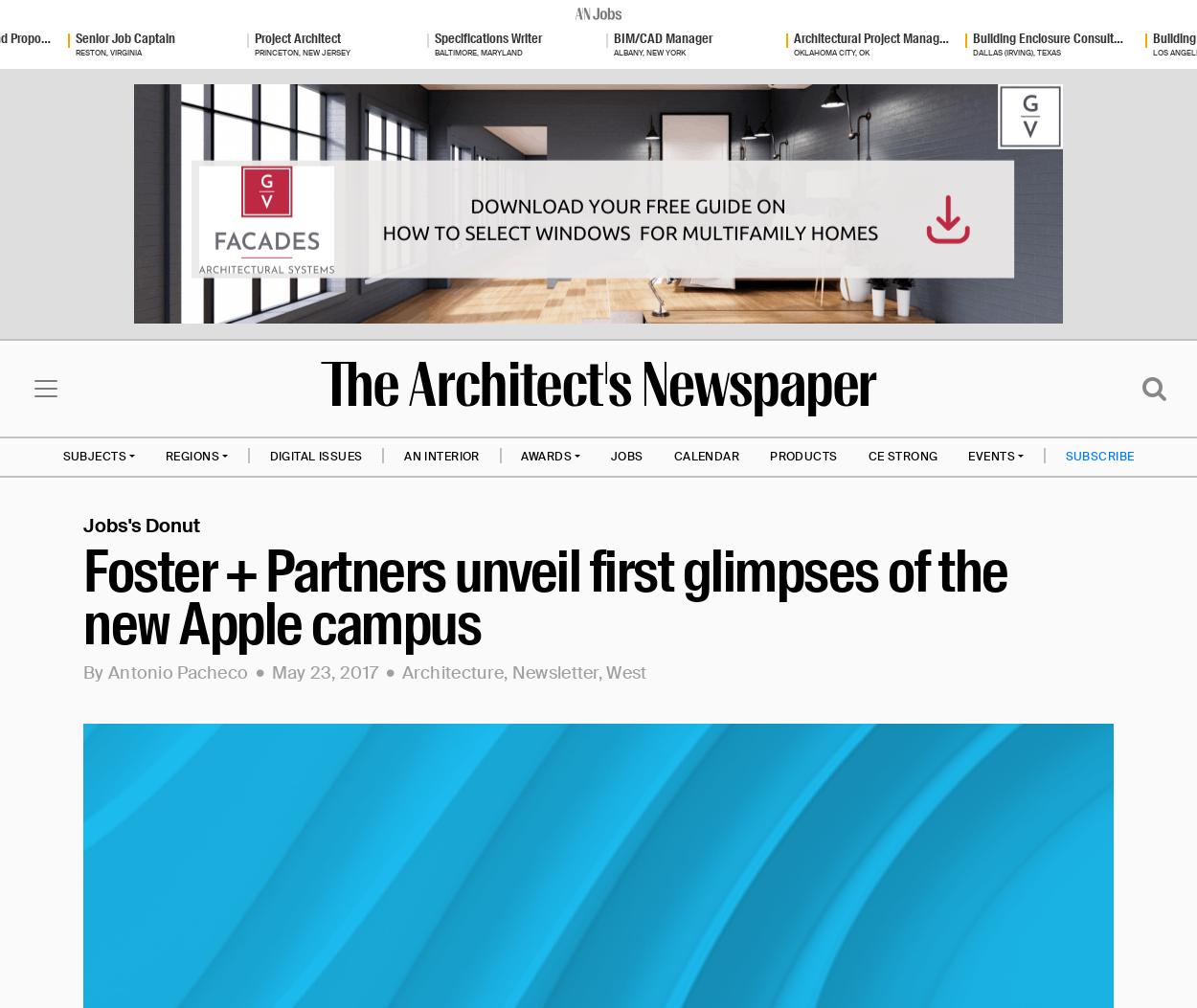 This screenshot has width=1197, height=1008. What do you see at coordinates (106, 51) in the screenshot?
I see `'Reston, Virginia'` at bounding box center [106, 51].